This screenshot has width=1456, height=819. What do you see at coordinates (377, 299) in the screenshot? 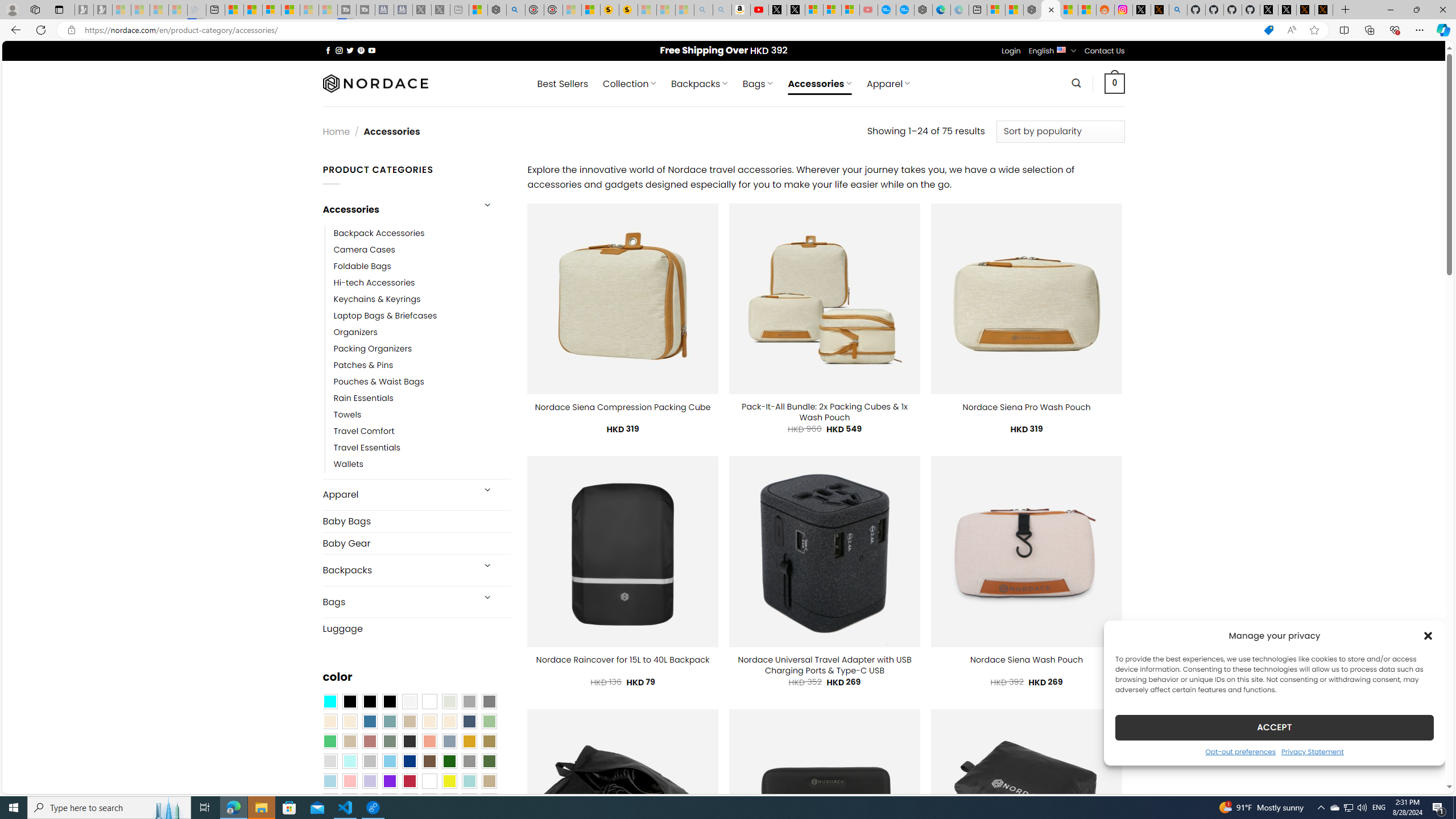
I see `'Keychains & Keyrings'` at bounding box center [377, 299].